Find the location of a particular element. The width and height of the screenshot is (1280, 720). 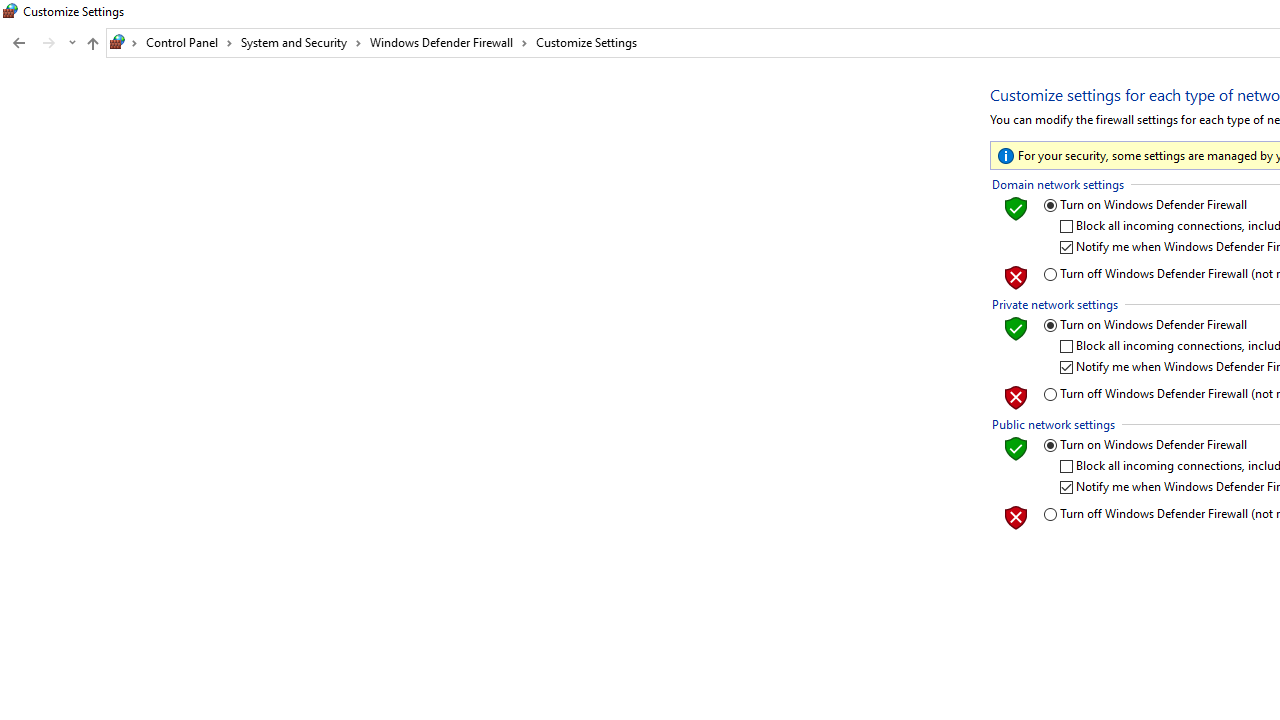

'Windows Defender Firewall' is located at coordinates (448, 42).